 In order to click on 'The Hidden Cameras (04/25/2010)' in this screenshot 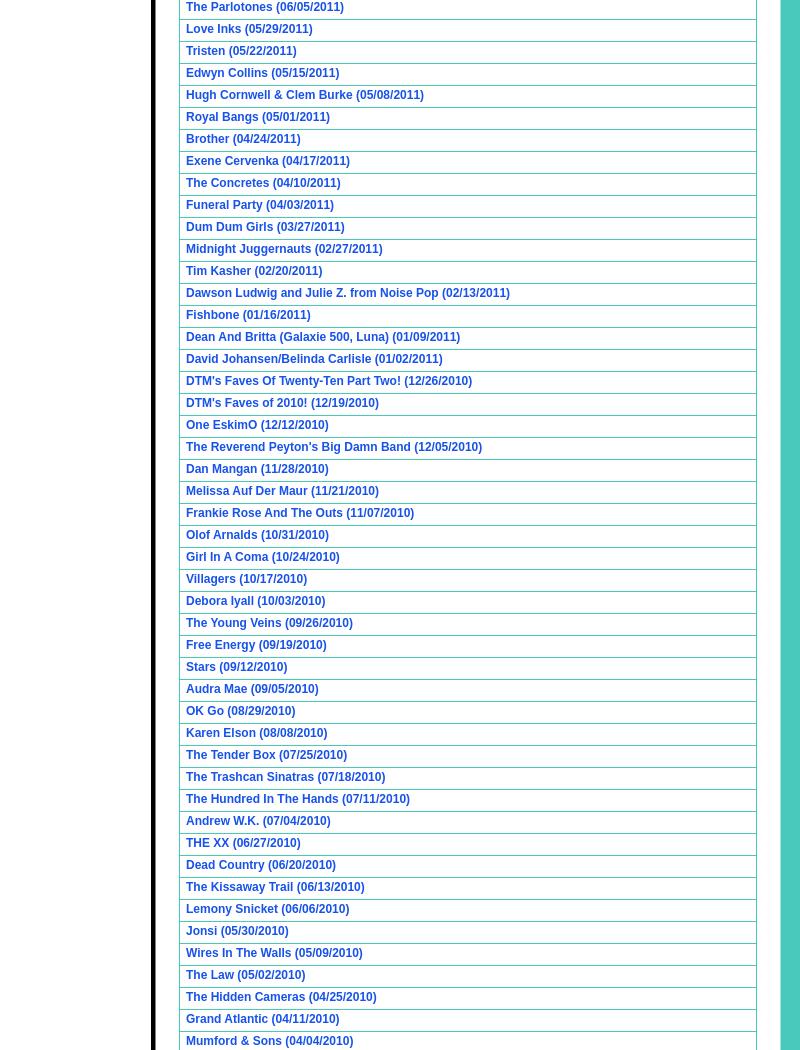, I will do `click(185, 996)`.